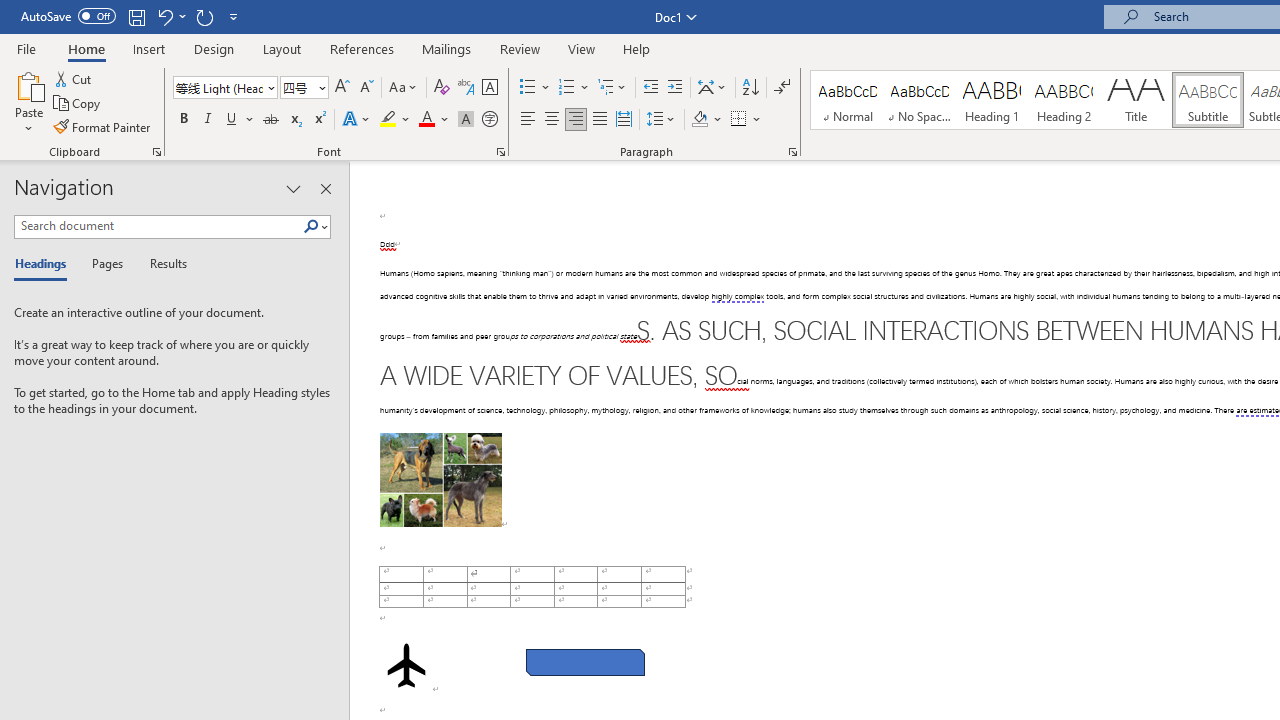 The height and width of the screenshot is (720, 1280). Describe the element at coordinates (135, 16) in the screenshot. I see `'Save'` at that location.